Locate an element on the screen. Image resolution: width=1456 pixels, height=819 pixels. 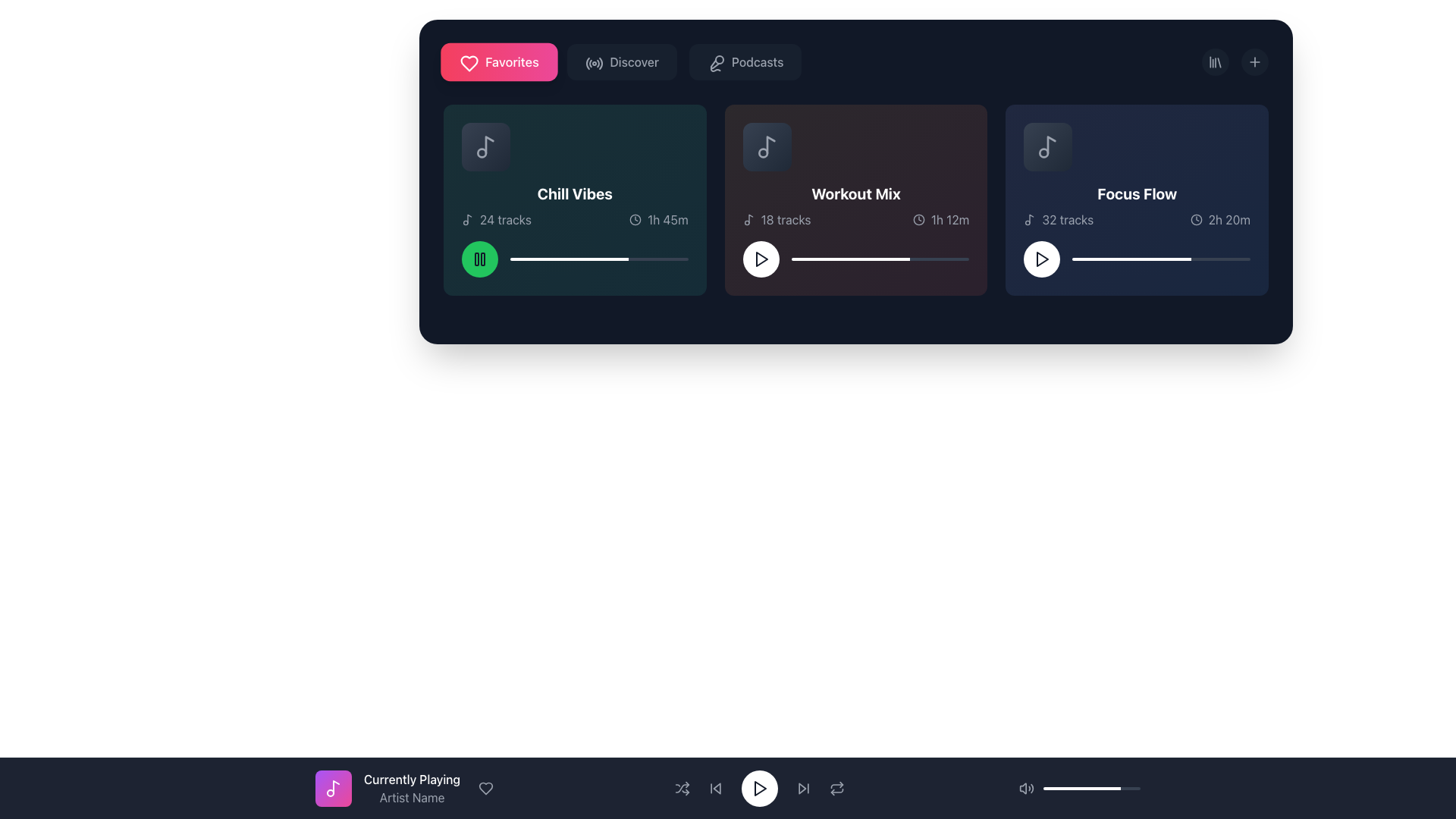
the music track icon located at the leftmost side of the 'Currently Playing' section, which visually represents the currently playing track is located at coordinates (333, 788).